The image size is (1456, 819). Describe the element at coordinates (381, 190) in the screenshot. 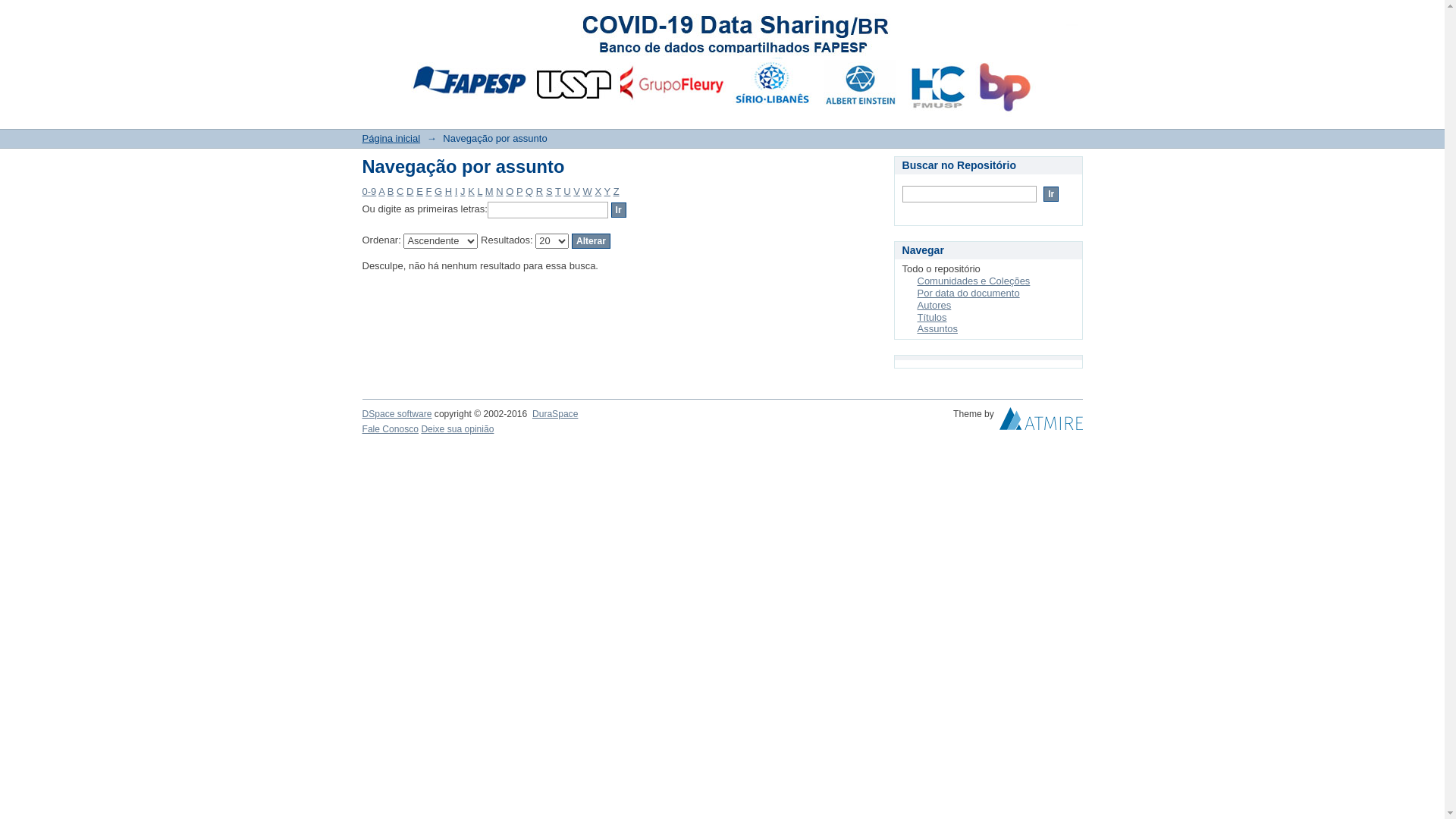

I see `'A'` at that location.